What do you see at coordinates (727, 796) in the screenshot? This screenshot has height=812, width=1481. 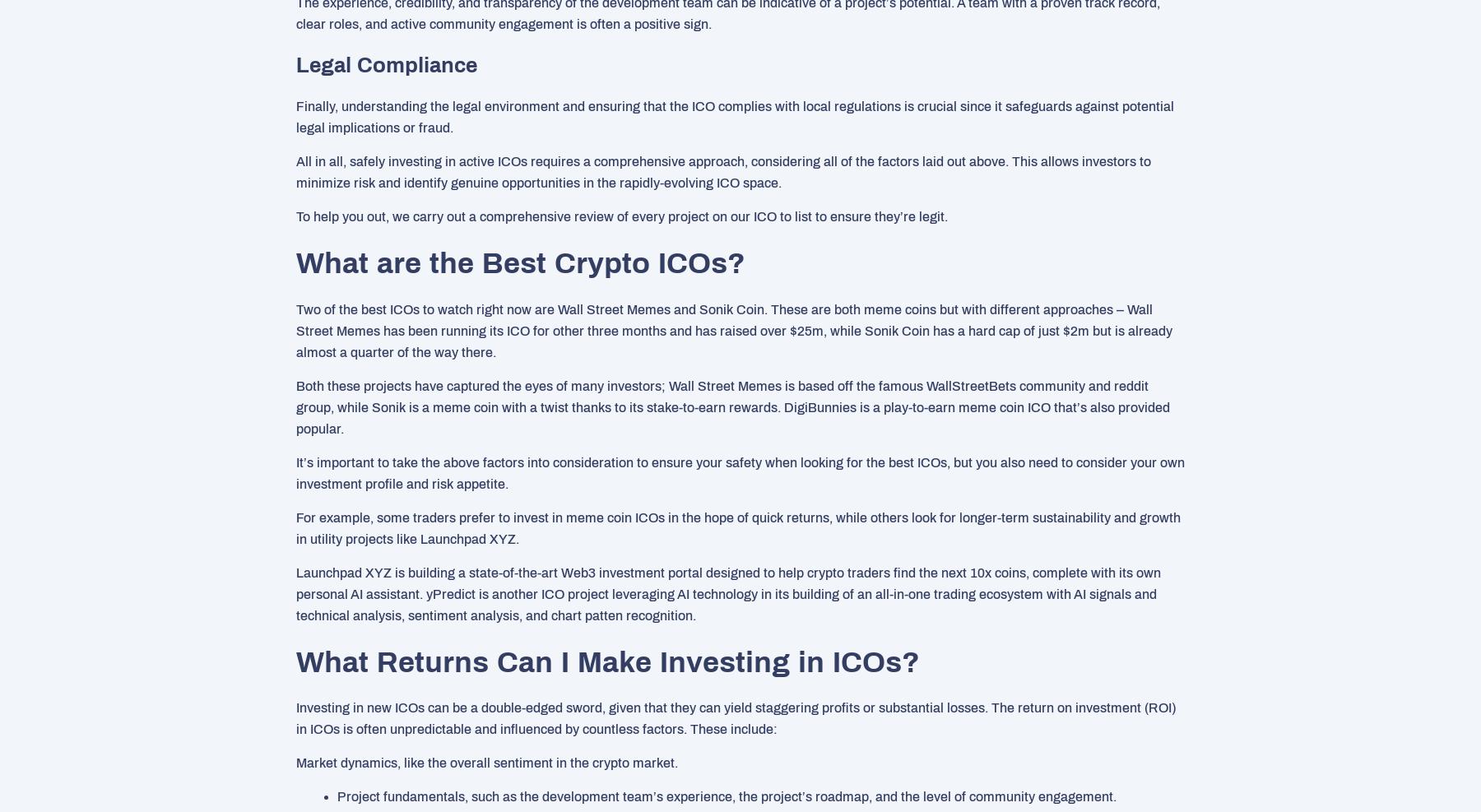 I see `'Project fundamentals, such as the development team’s experience, the project’s roadmap, and the level of community engagement.'` at bounding box center [727, 796].